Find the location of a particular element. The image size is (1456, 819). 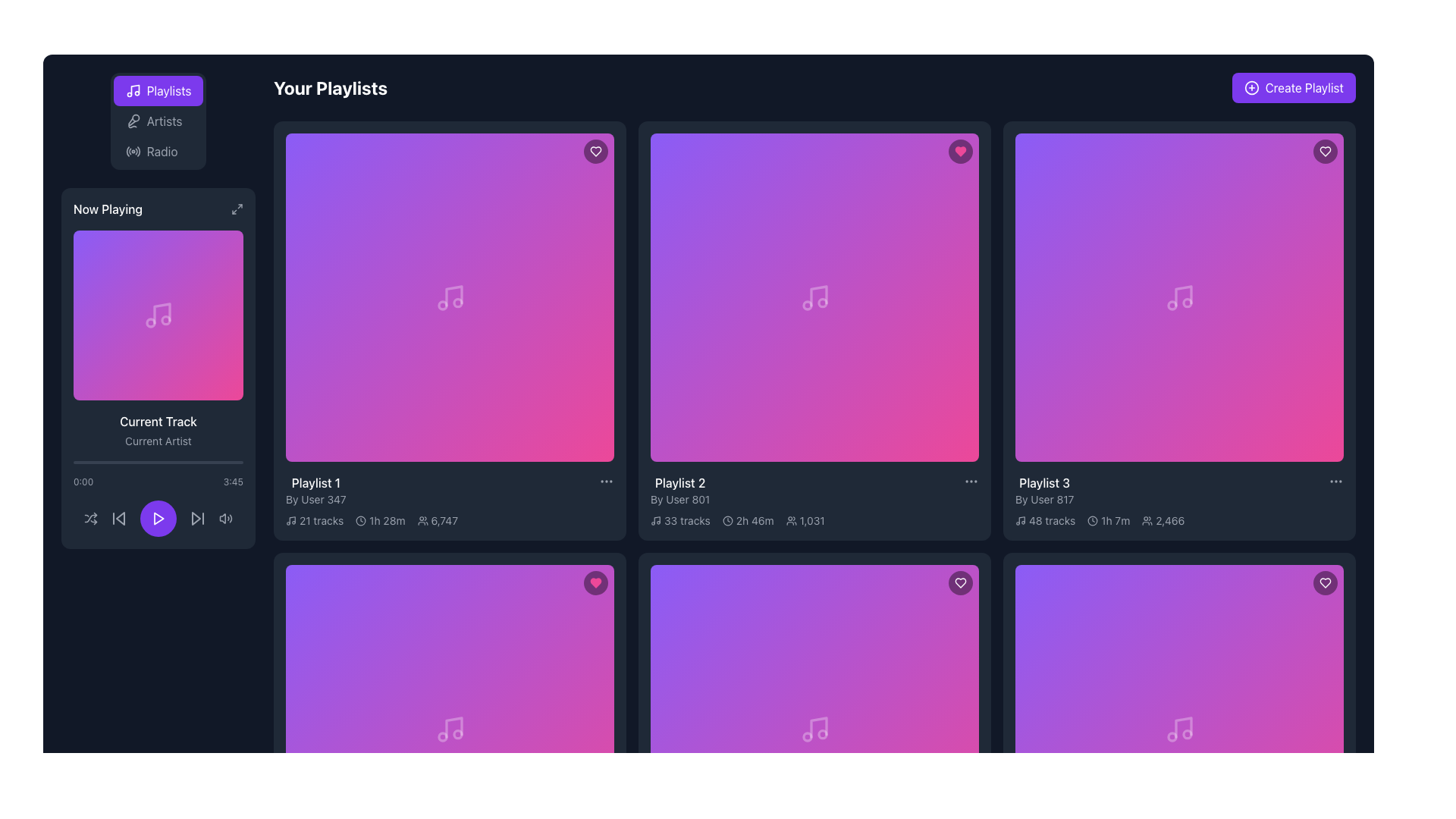

the triangular play icon within the bottom right card of the playlist grid is located at coordinates (814, 728).